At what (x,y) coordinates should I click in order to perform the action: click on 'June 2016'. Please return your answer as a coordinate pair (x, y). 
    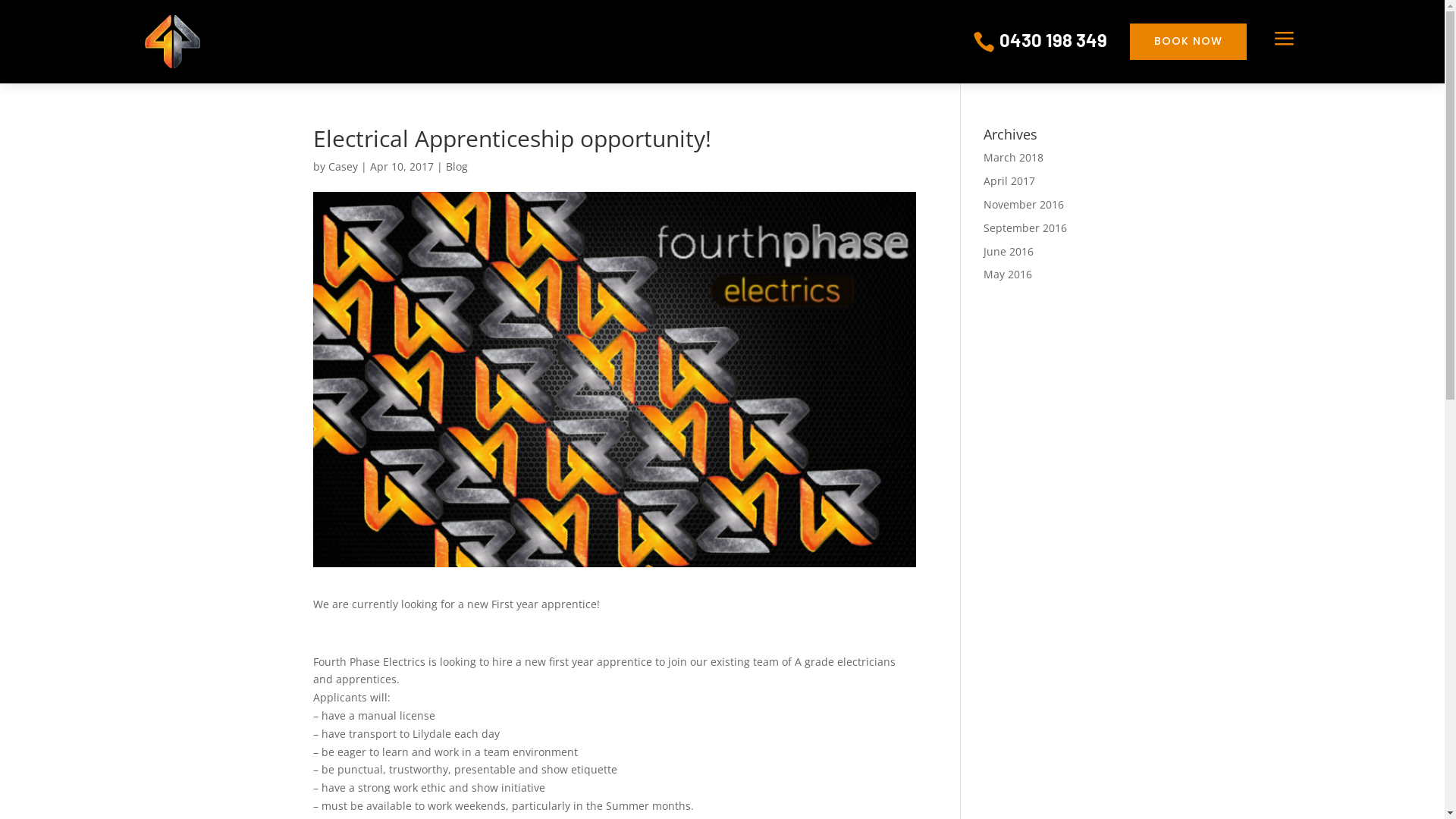
    Looking at the image, I should click on (1008, 250).